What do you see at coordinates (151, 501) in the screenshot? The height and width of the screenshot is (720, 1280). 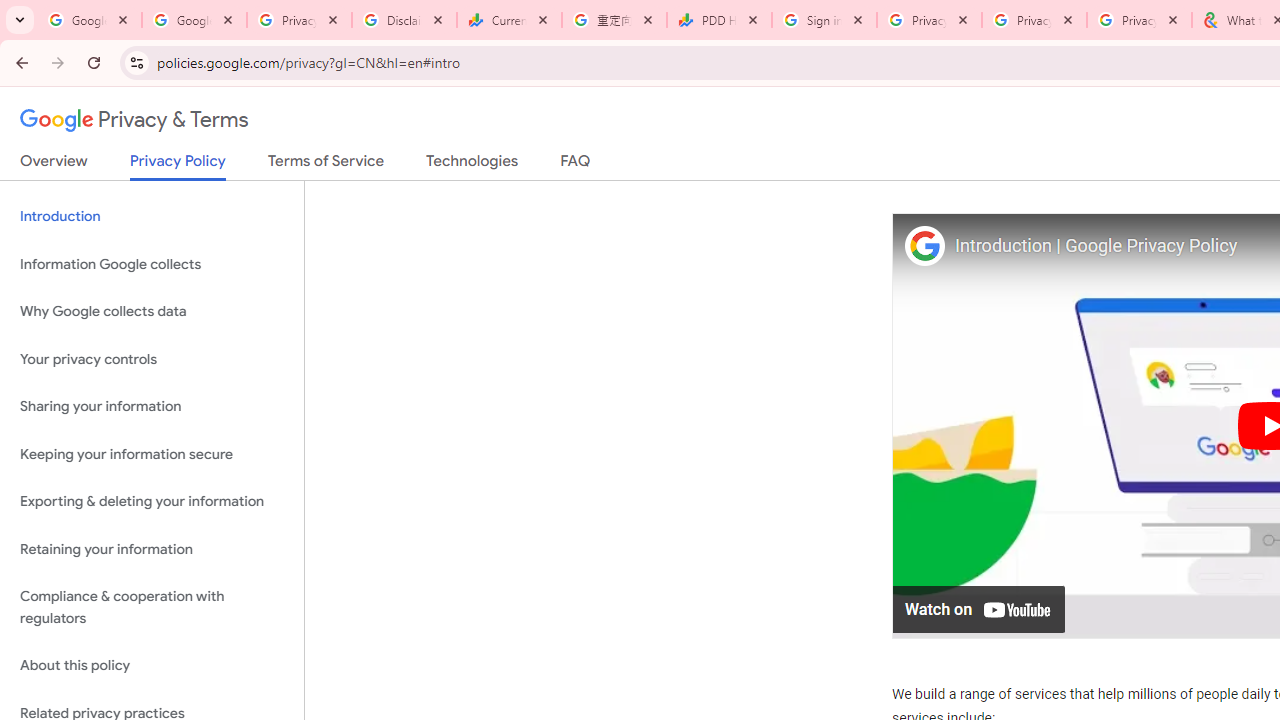 I see `'Exporting & deleting your information'` at bounding box center [151, 501].